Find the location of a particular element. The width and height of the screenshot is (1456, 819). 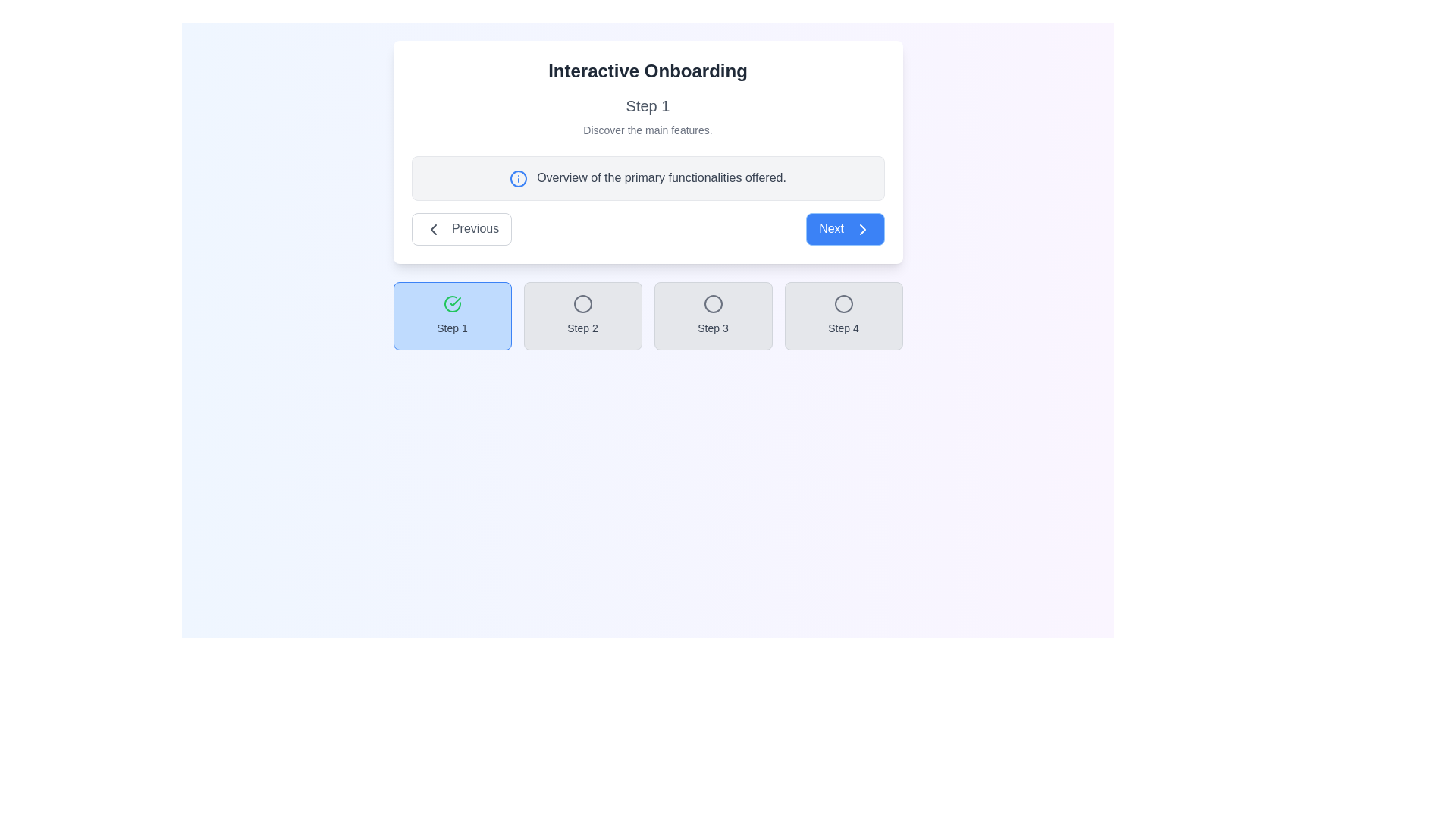

properties of the circular icon that indicates the completion or active selection of 'Step 1' in the onboarding process, located at the bottom center of the interface is located at coordinates (451, 303).